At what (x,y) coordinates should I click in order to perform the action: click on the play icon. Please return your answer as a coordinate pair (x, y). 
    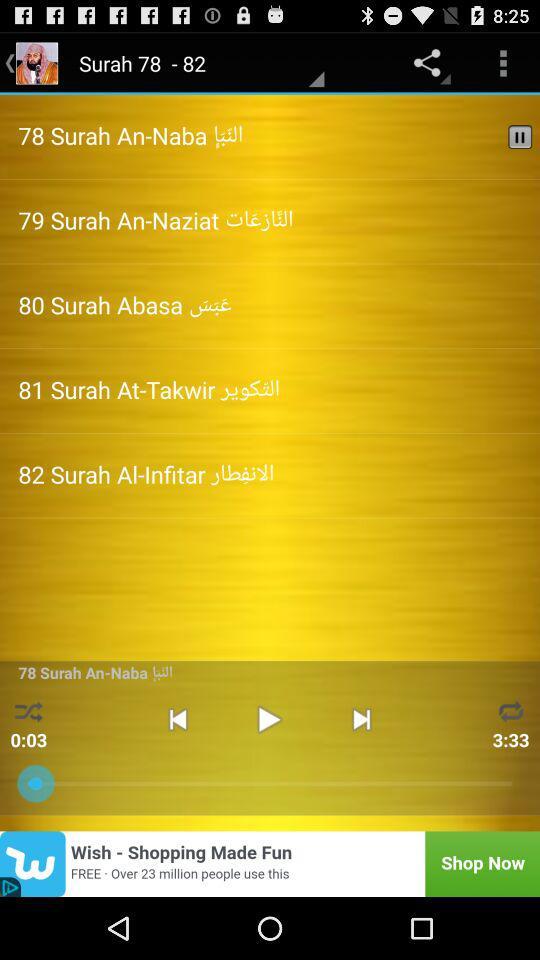
    Looking at the image, I should click on (269, 768).